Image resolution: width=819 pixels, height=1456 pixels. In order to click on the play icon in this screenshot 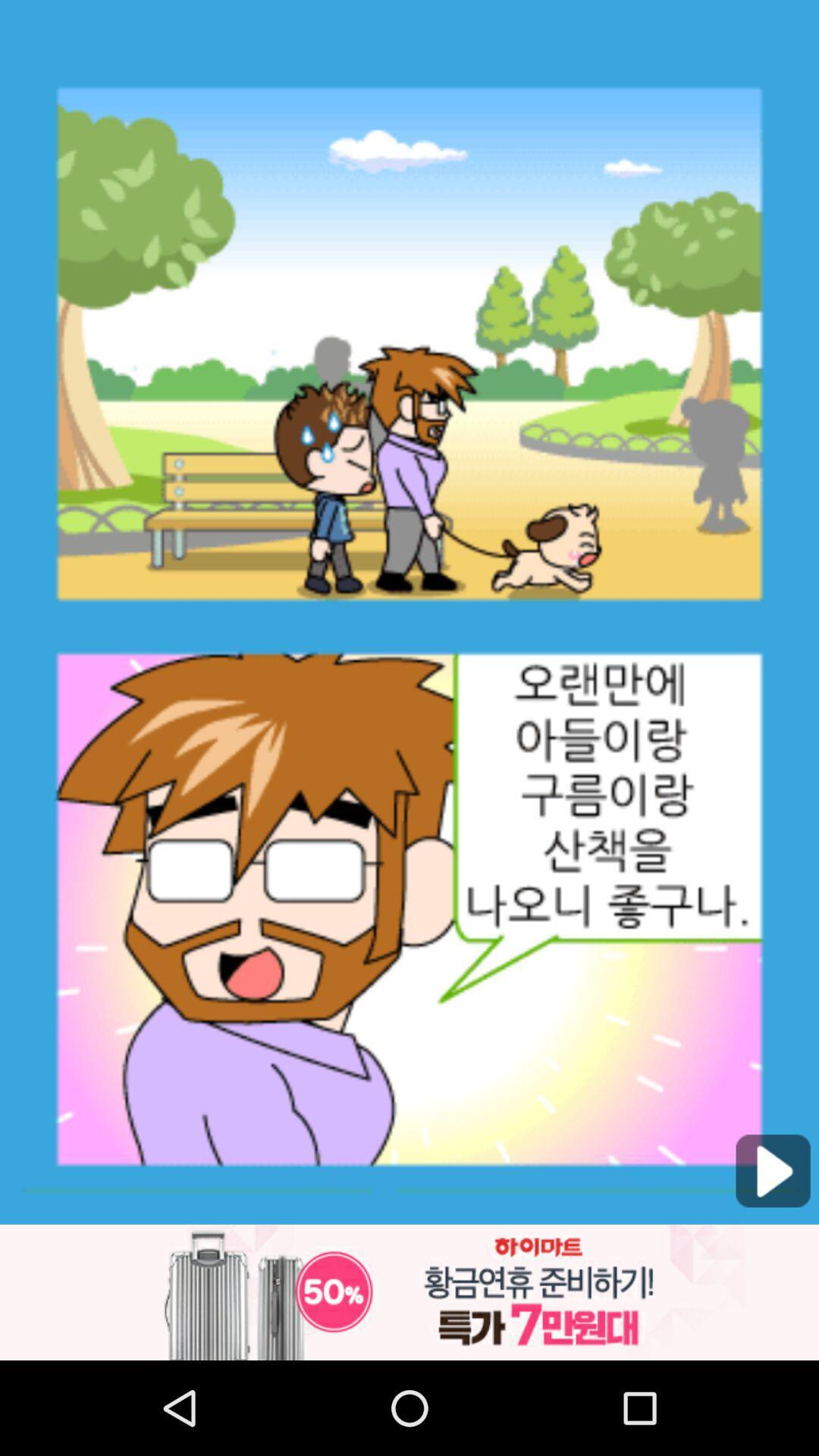, I will do `click(773, 1253)`.